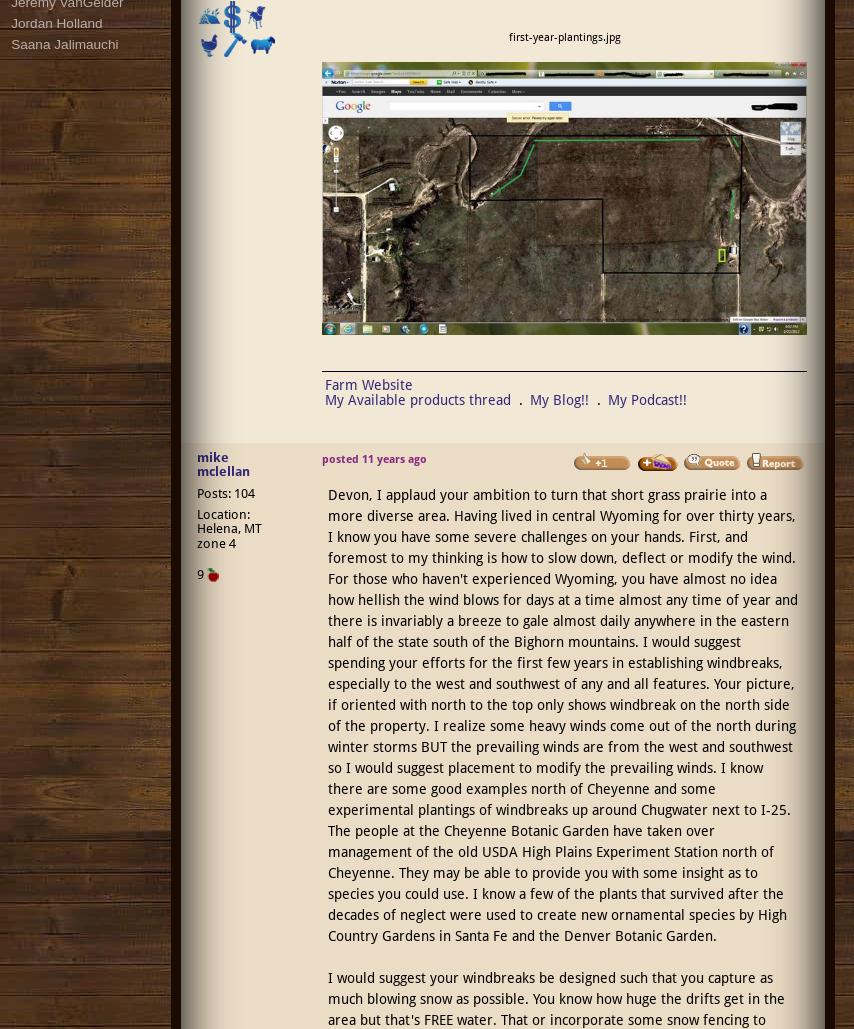 The image size is (854, 1029). I want to click on 'My Blog!!', so click(560, 398).